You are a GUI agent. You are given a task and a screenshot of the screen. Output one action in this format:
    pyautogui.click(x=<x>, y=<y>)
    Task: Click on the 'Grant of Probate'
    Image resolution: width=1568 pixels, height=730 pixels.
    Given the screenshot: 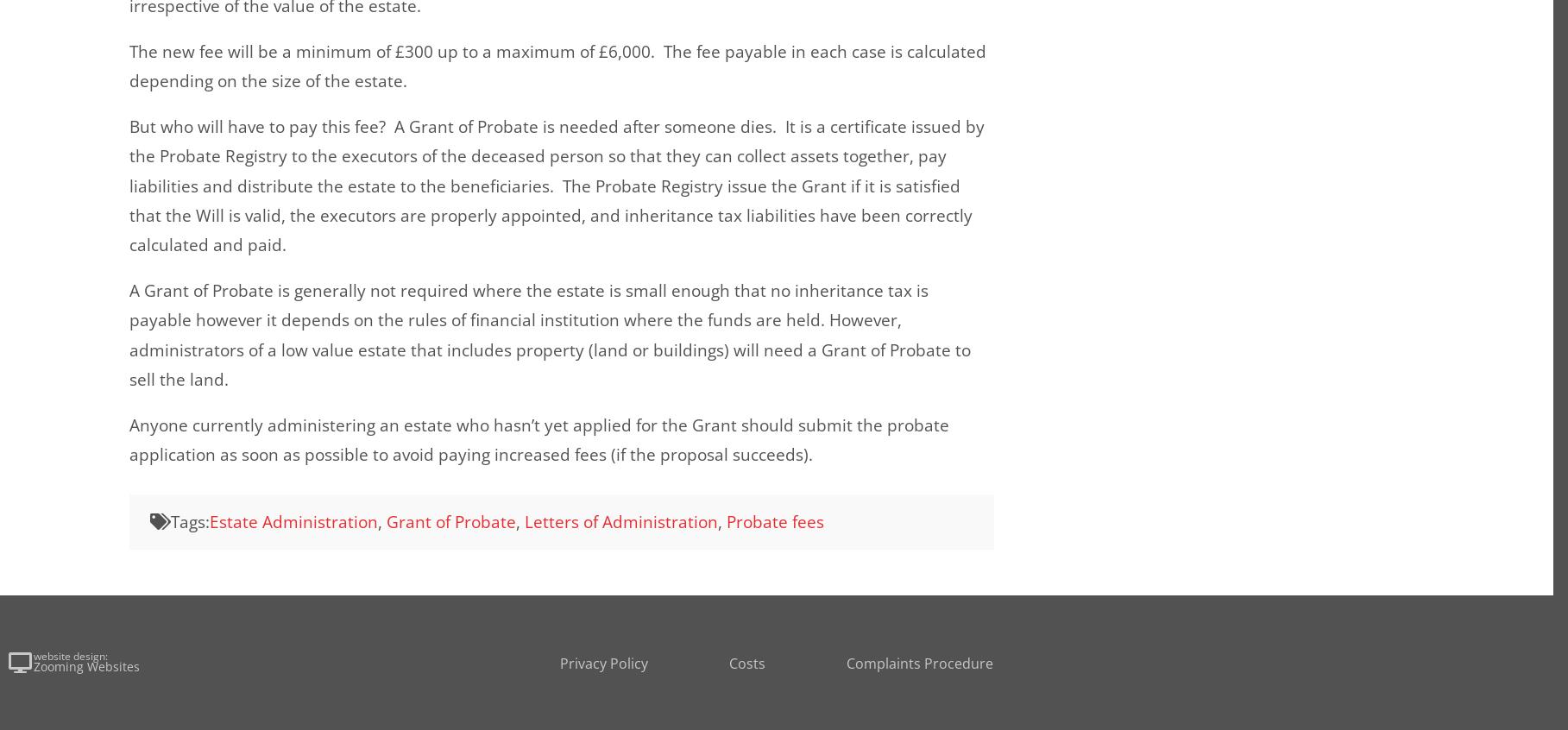 What is the action you would take?
    pyautogui.click(x=450, y=519)
    